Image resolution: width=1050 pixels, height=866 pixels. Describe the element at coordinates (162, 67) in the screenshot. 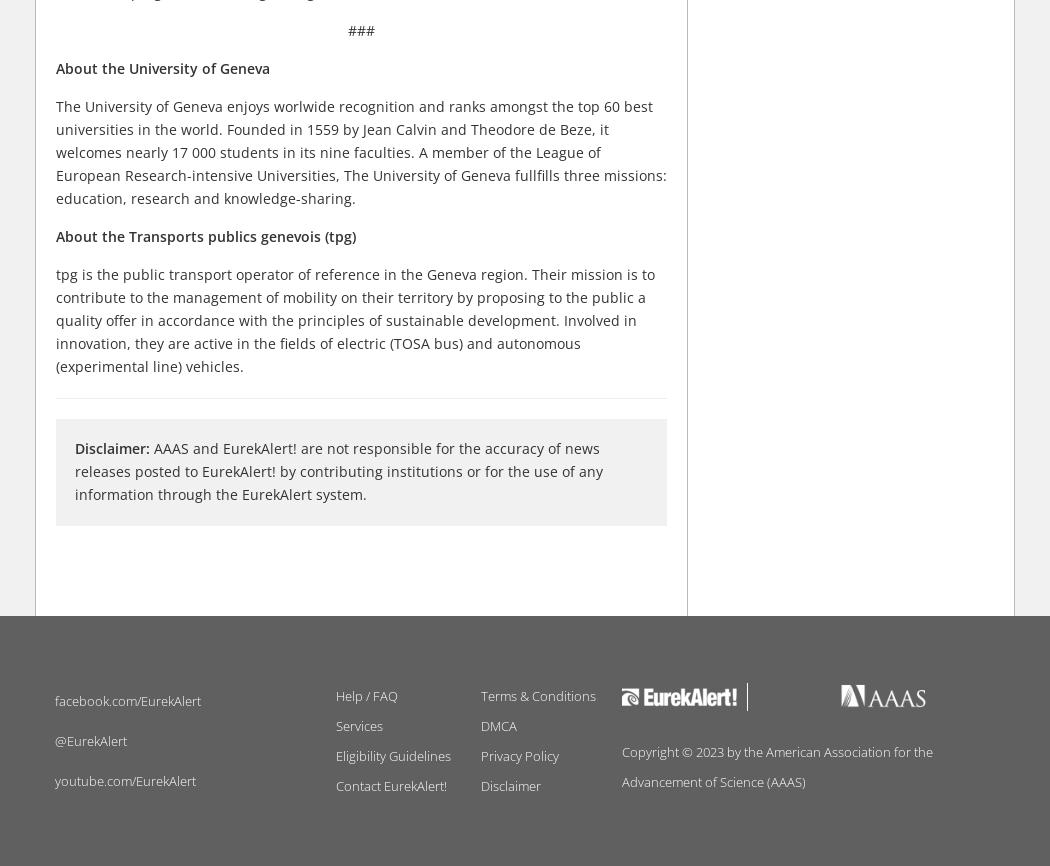

I see `'About the University of Geneva'` at that location.